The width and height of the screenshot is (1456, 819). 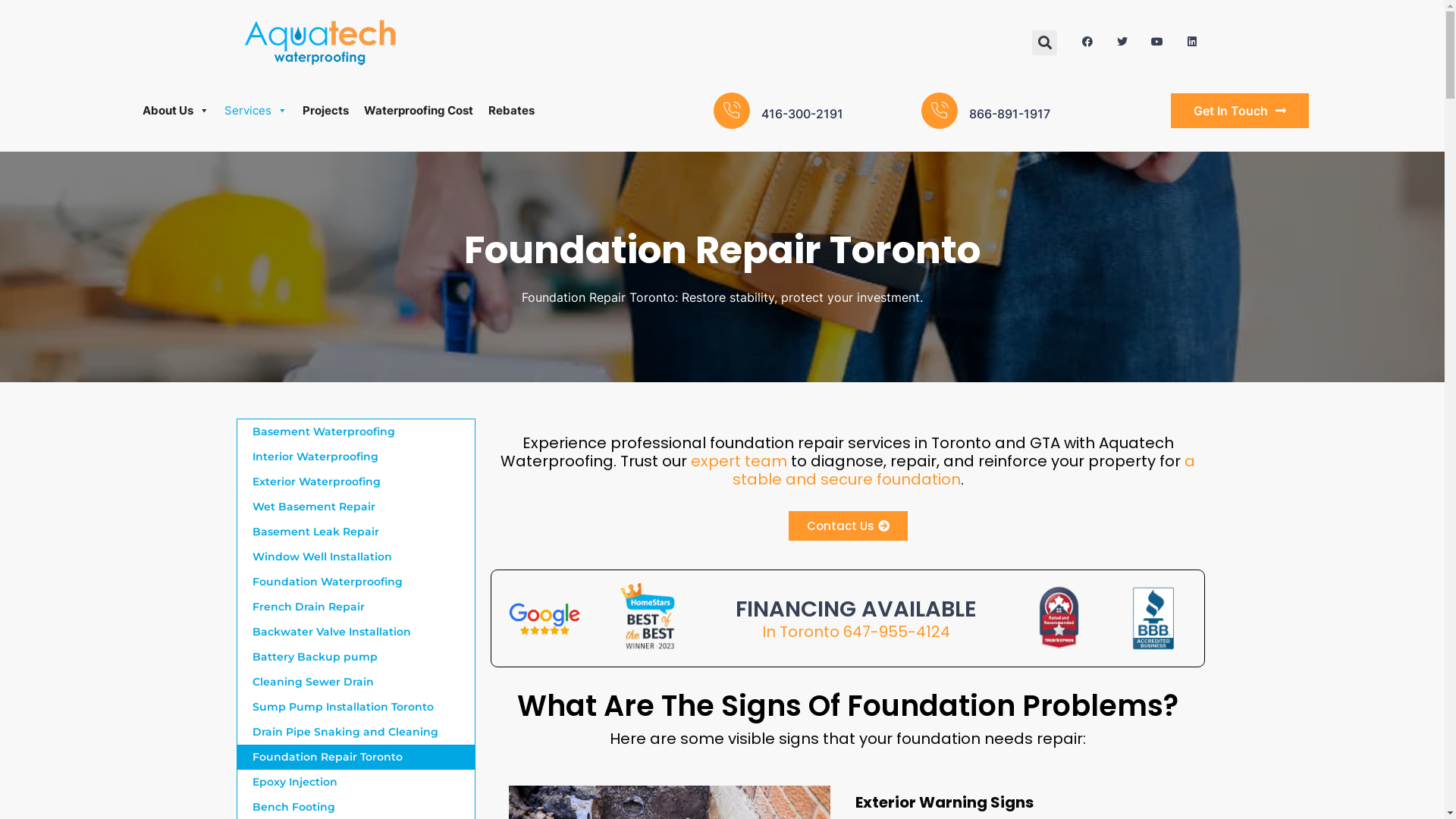 What do you see at coordinates (355, 431) in the screenshot?
I see `'Basement Waterproofing'` at bounding box center [355, 431].